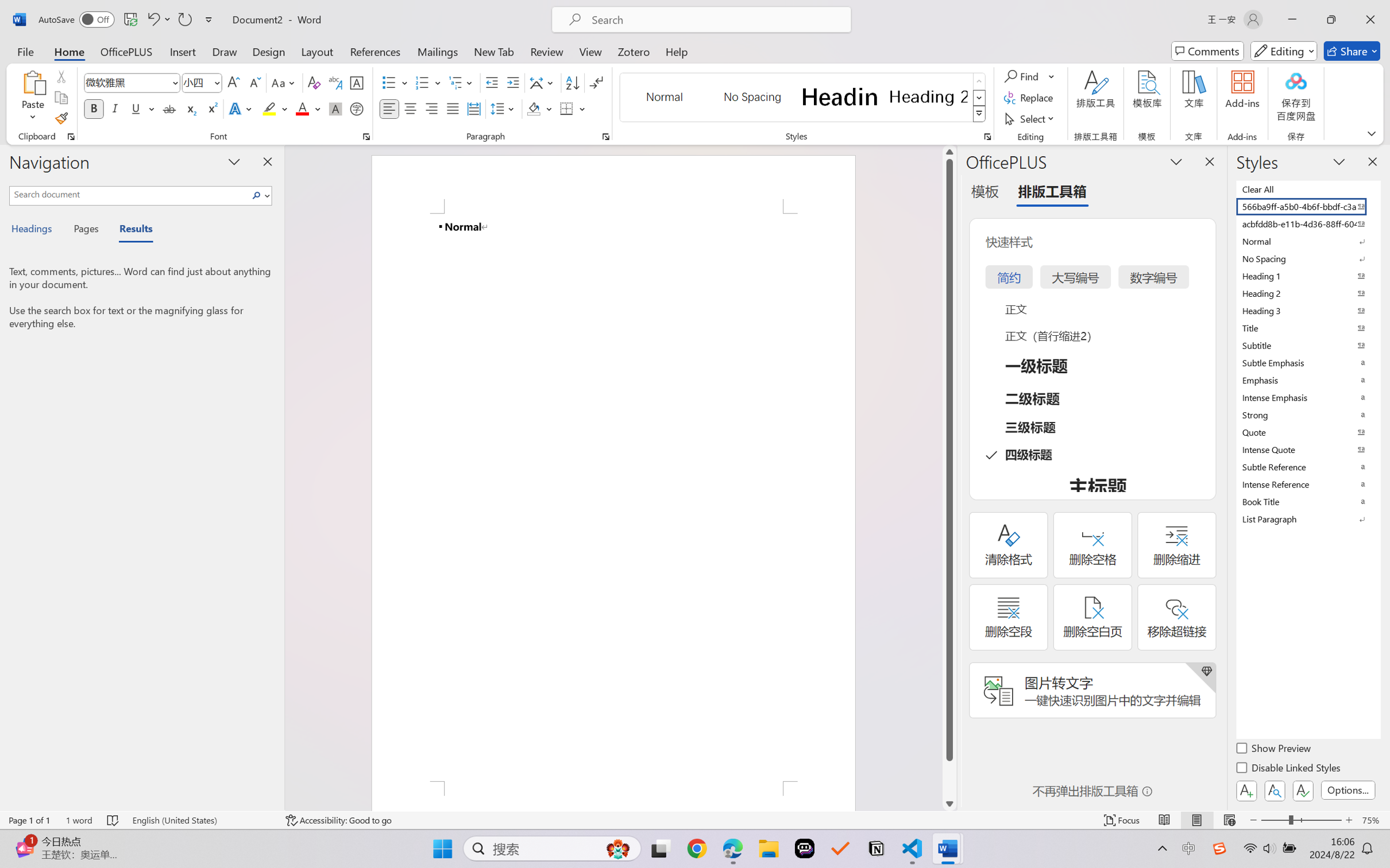 The width and height of the screenshot is (1390, 868). Describe the element at coordinates (60, 98) in the screenshot. I see `'Copy'` at that location.